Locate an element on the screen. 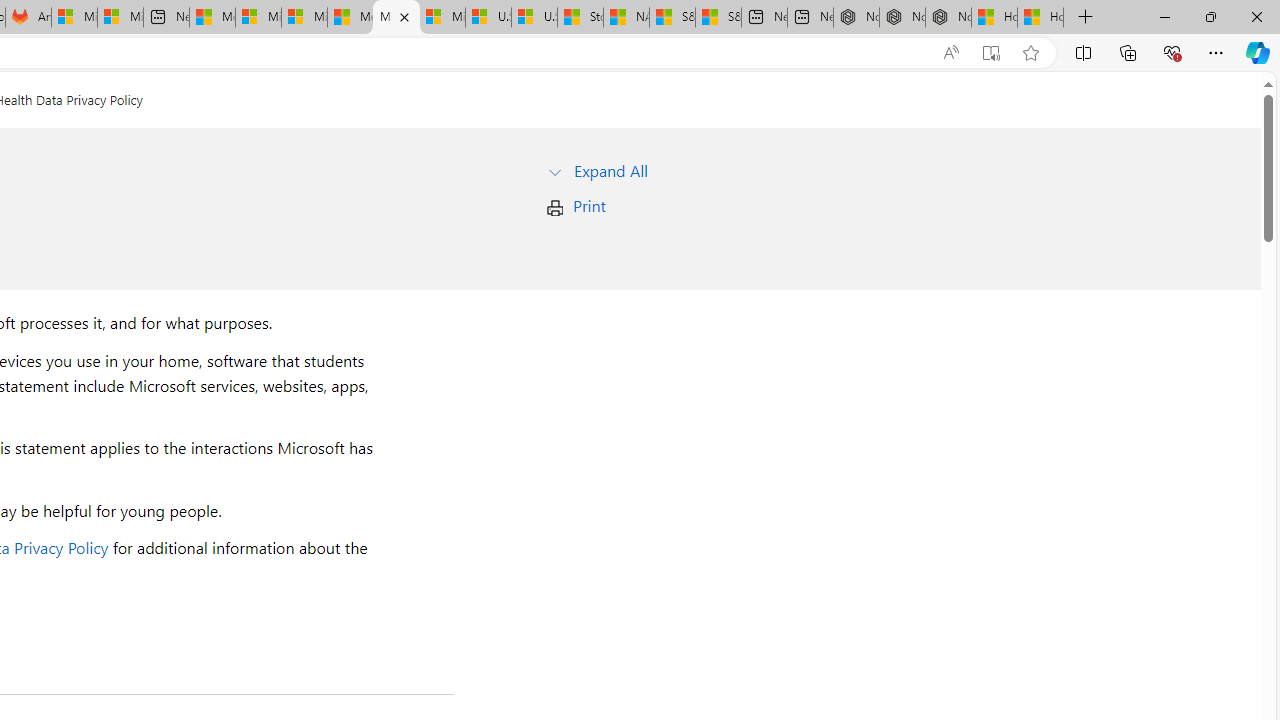 This screenshot has height=720, width=1280. 'Restore' is located at coordinates (1209, 16).